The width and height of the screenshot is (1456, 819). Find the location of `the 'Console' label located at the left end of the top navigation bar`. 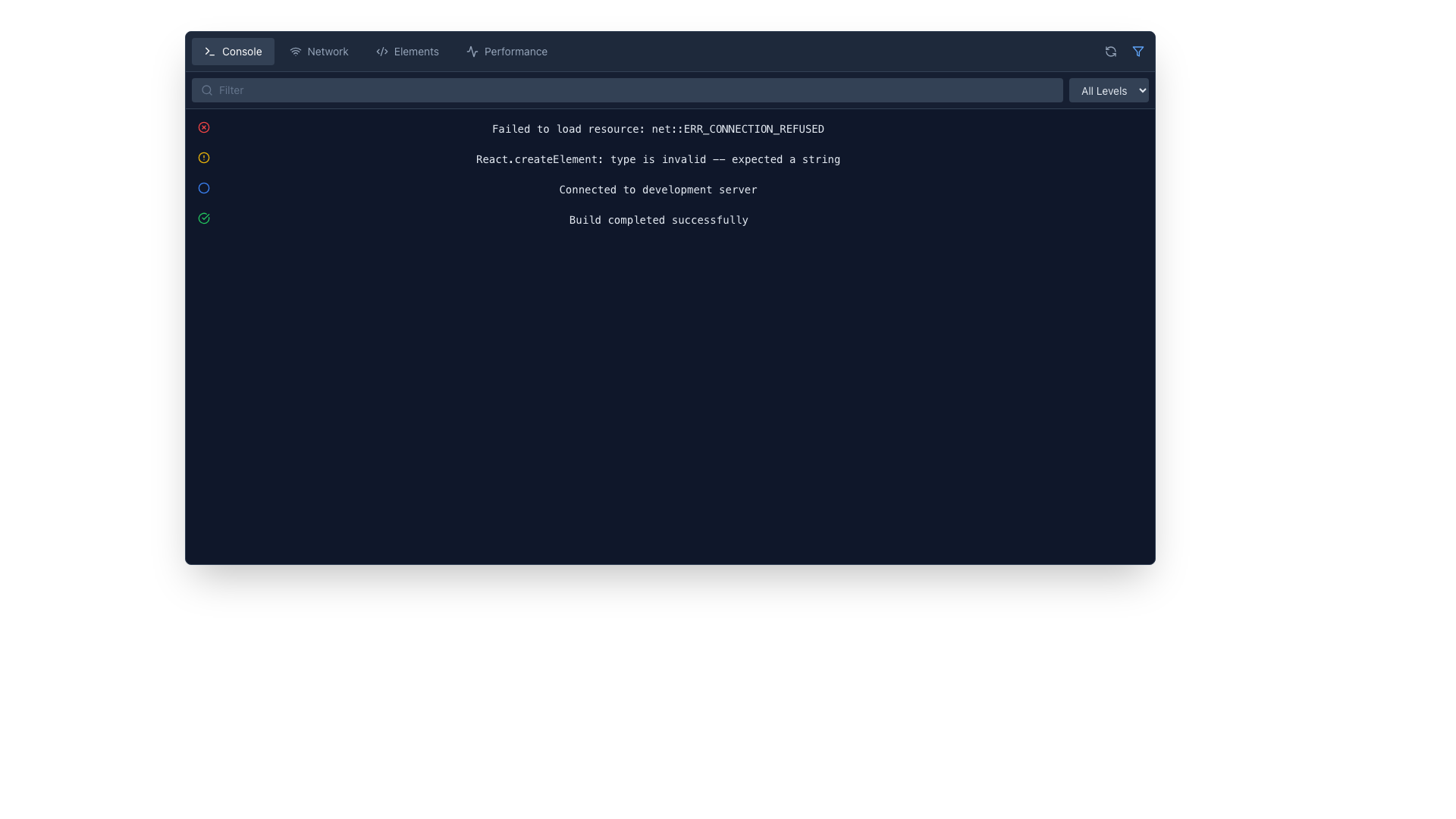

the 'Console' label located at the left end of the top navigation bar is located at coordinates (241, 51).